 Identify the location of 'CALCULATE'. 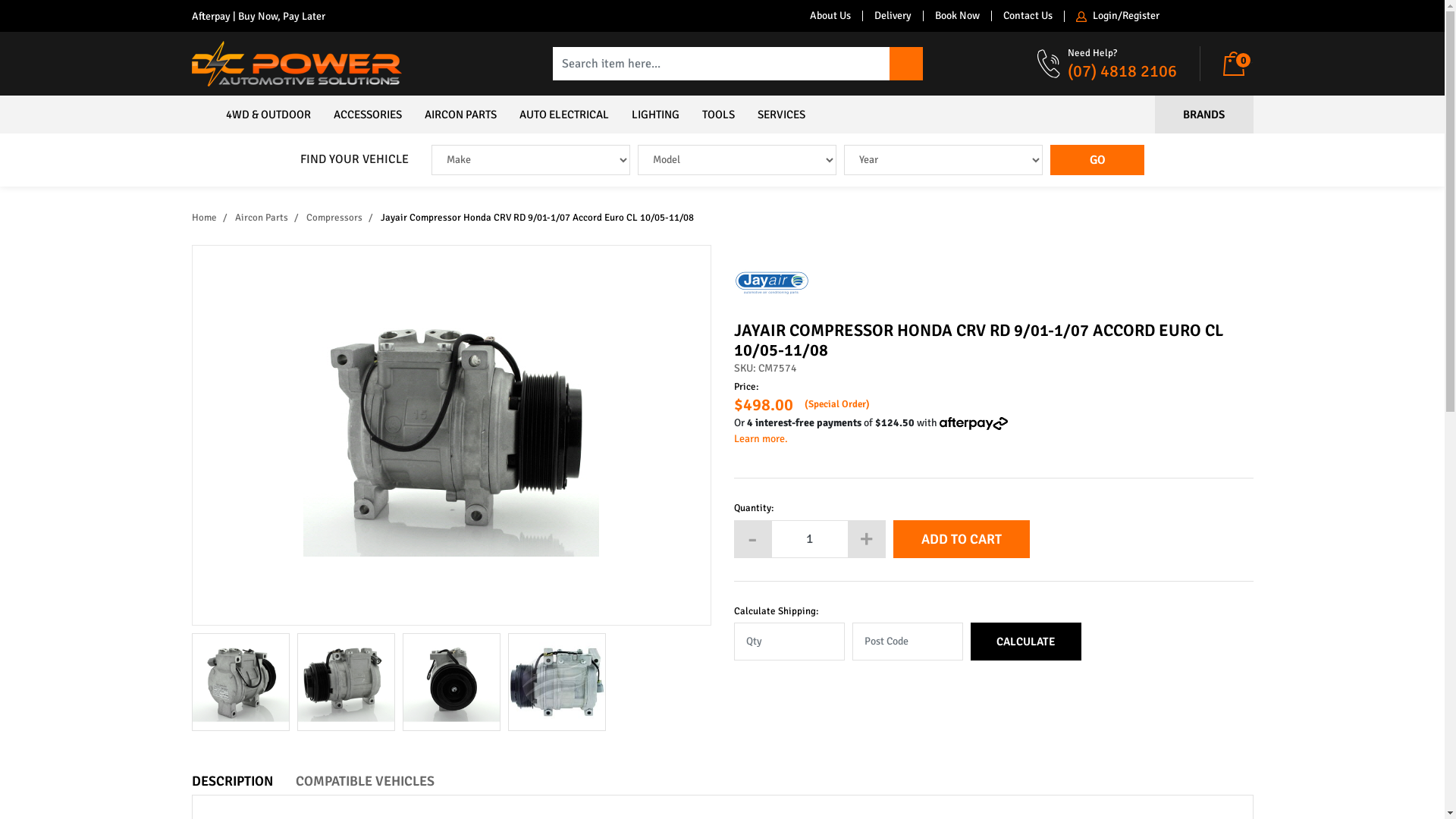
(971, 641).